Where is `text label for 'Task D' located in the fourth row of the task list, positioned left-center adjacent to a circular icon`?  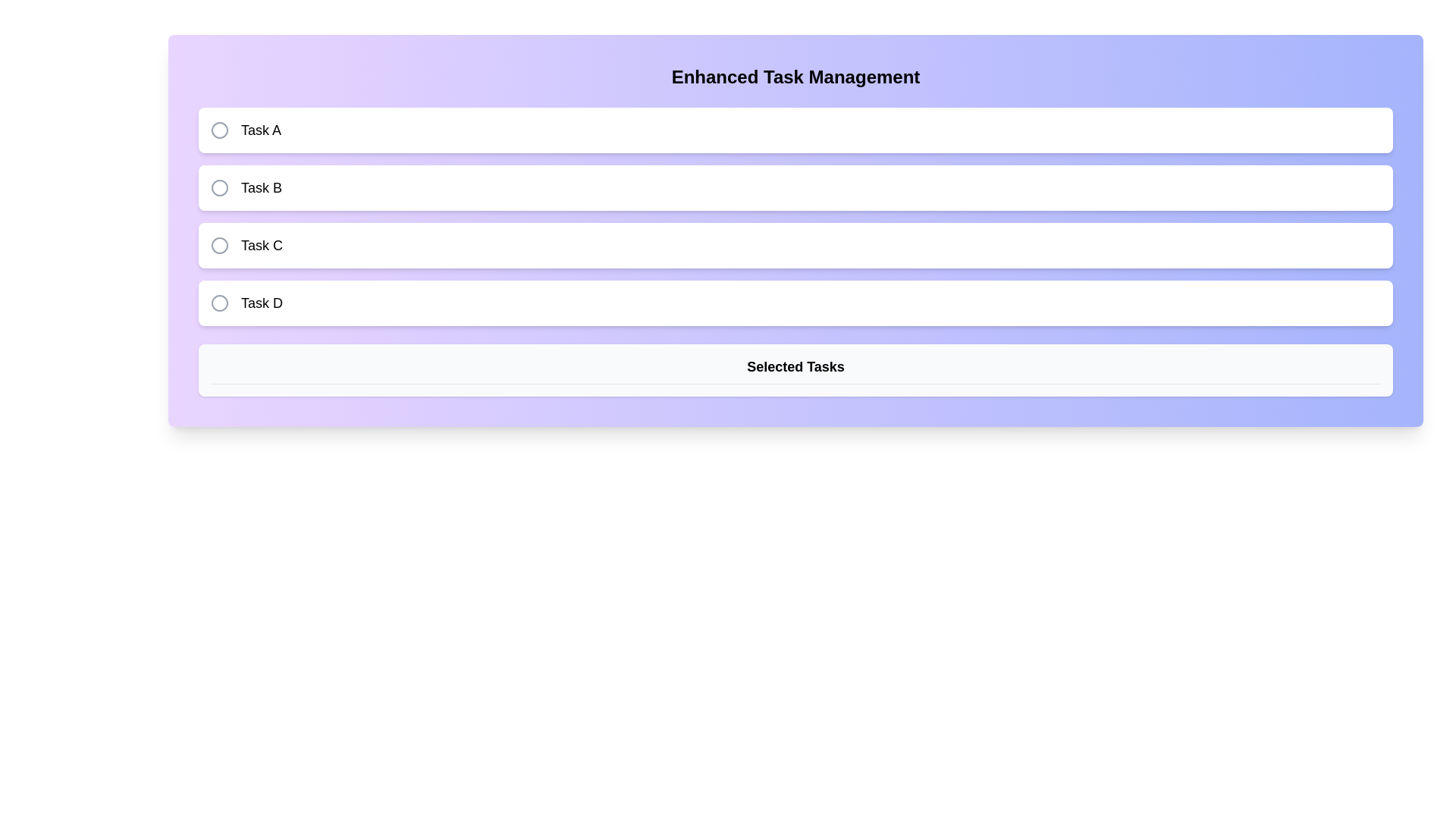 text label for 'Task D' located in the fourth row of the task list, positioned left-center adjacent to a circular icon is located at coordinates (262, 303).